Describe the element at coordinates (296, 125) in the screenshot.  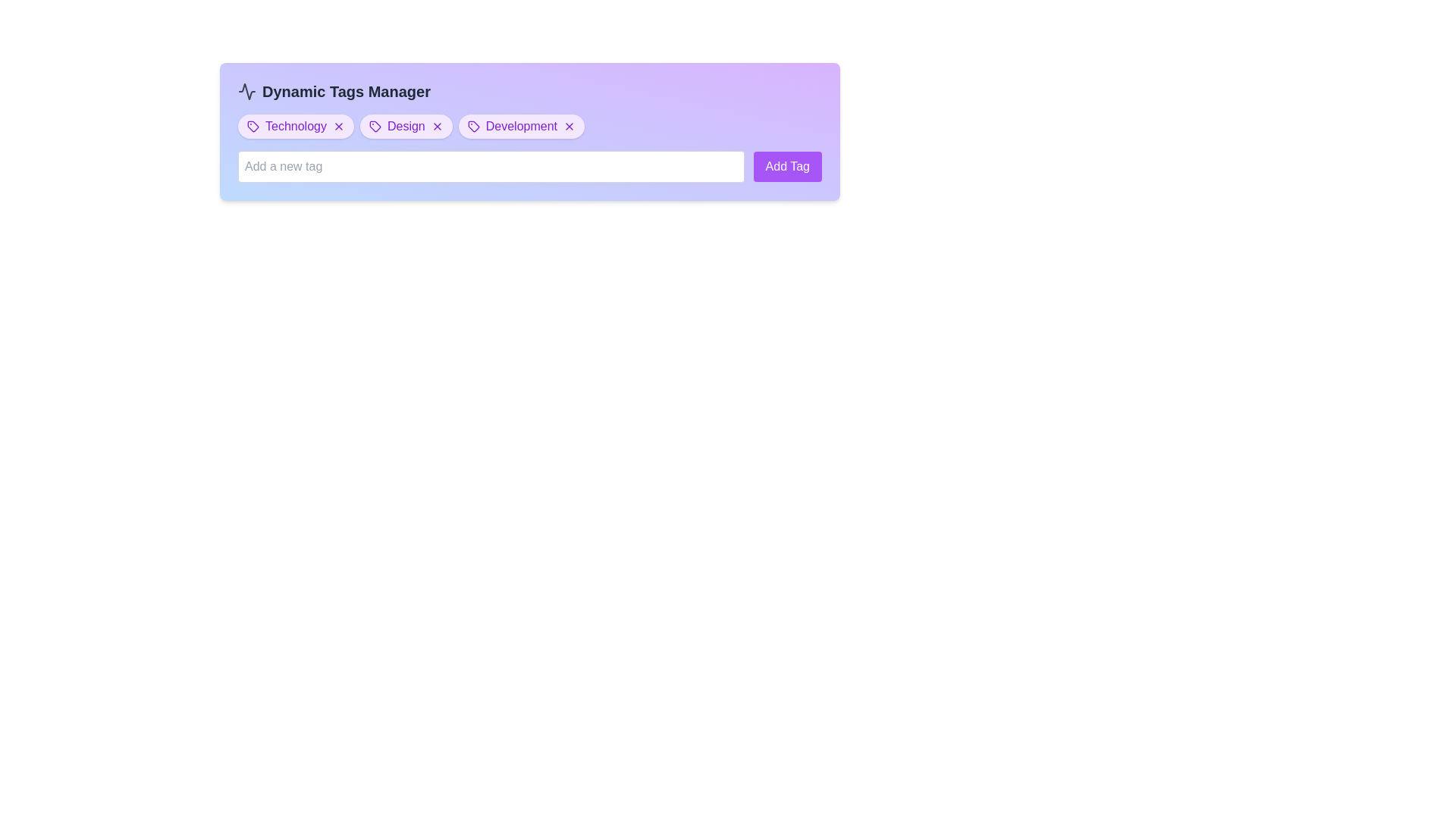
I see `on the 'Technology' label/tag` at that location.